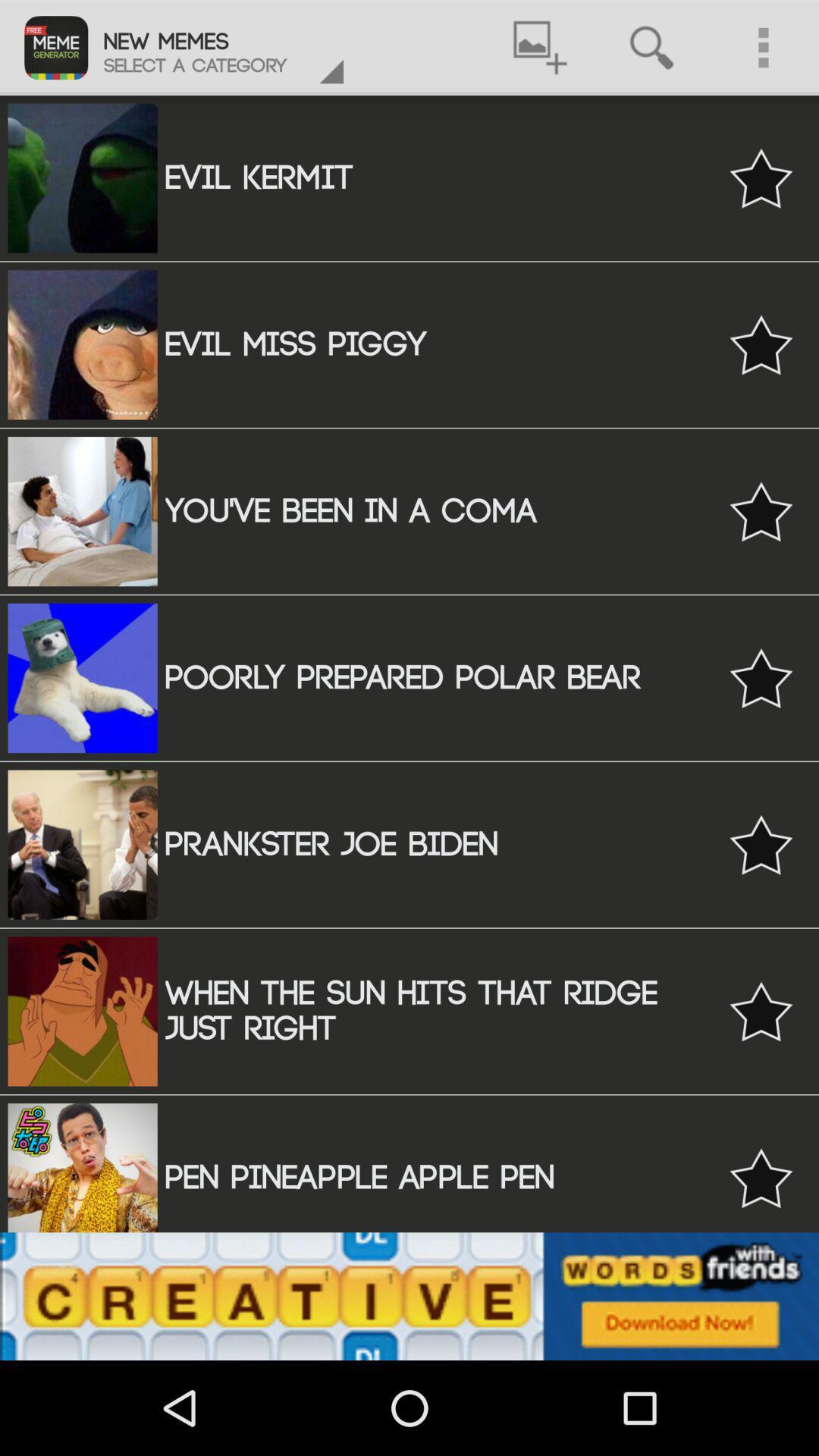 This screenshot has height=1456, width=819. I want to click on favorite, so click(761, 178).